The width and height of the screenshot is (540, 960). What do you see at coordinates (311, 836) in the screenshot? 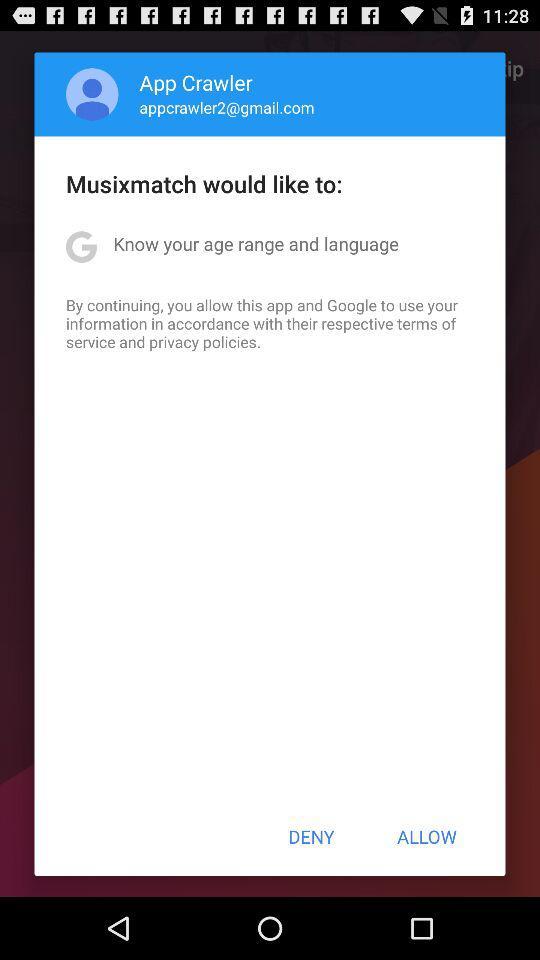
I see `the item to the left of allow item` at bounding box center [311, 836].